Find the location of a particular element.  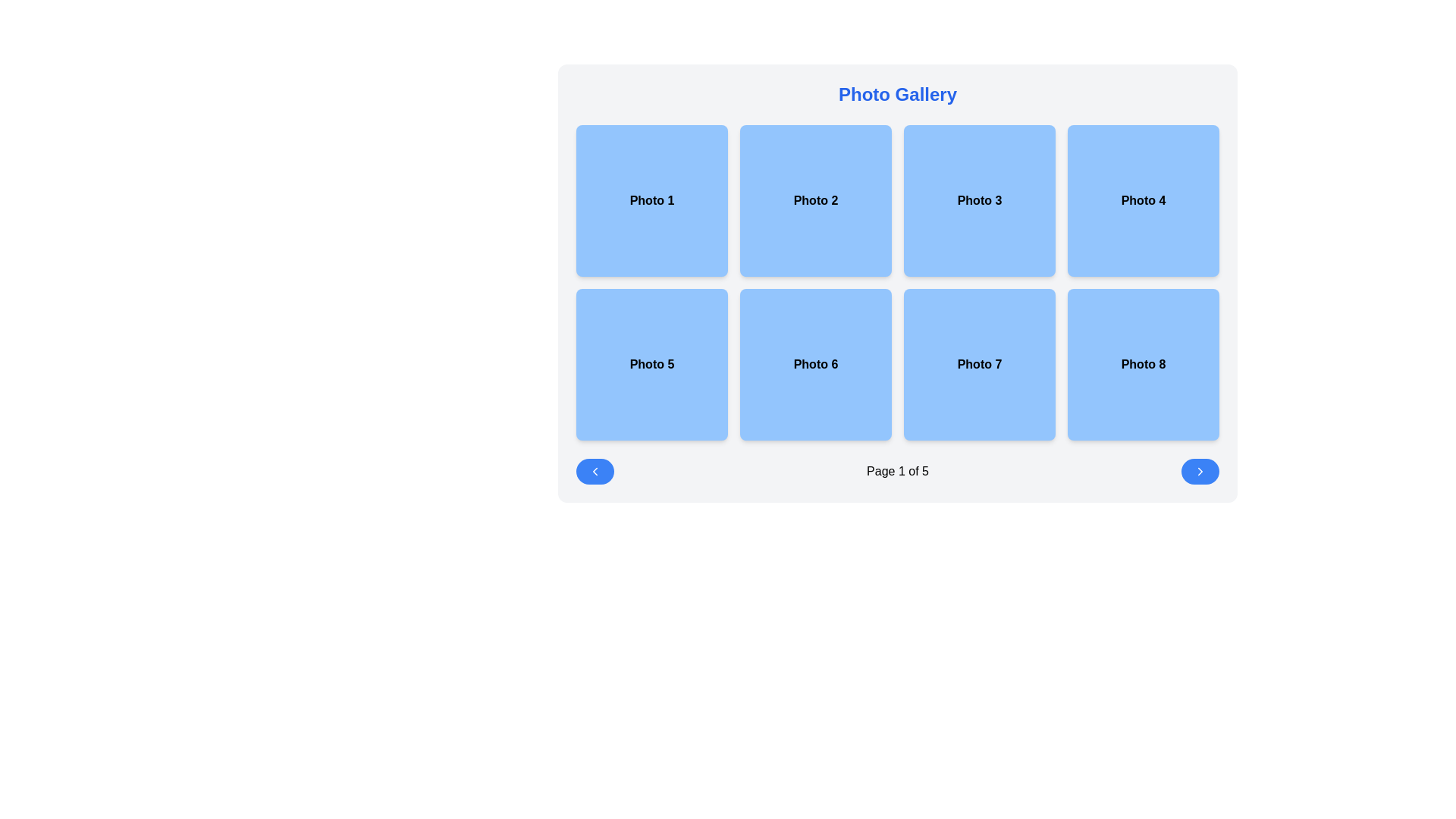

the 'Photo 3' button, which is the third item in the first row of a 4x2 grid layout is located at coordinates (979, 200).